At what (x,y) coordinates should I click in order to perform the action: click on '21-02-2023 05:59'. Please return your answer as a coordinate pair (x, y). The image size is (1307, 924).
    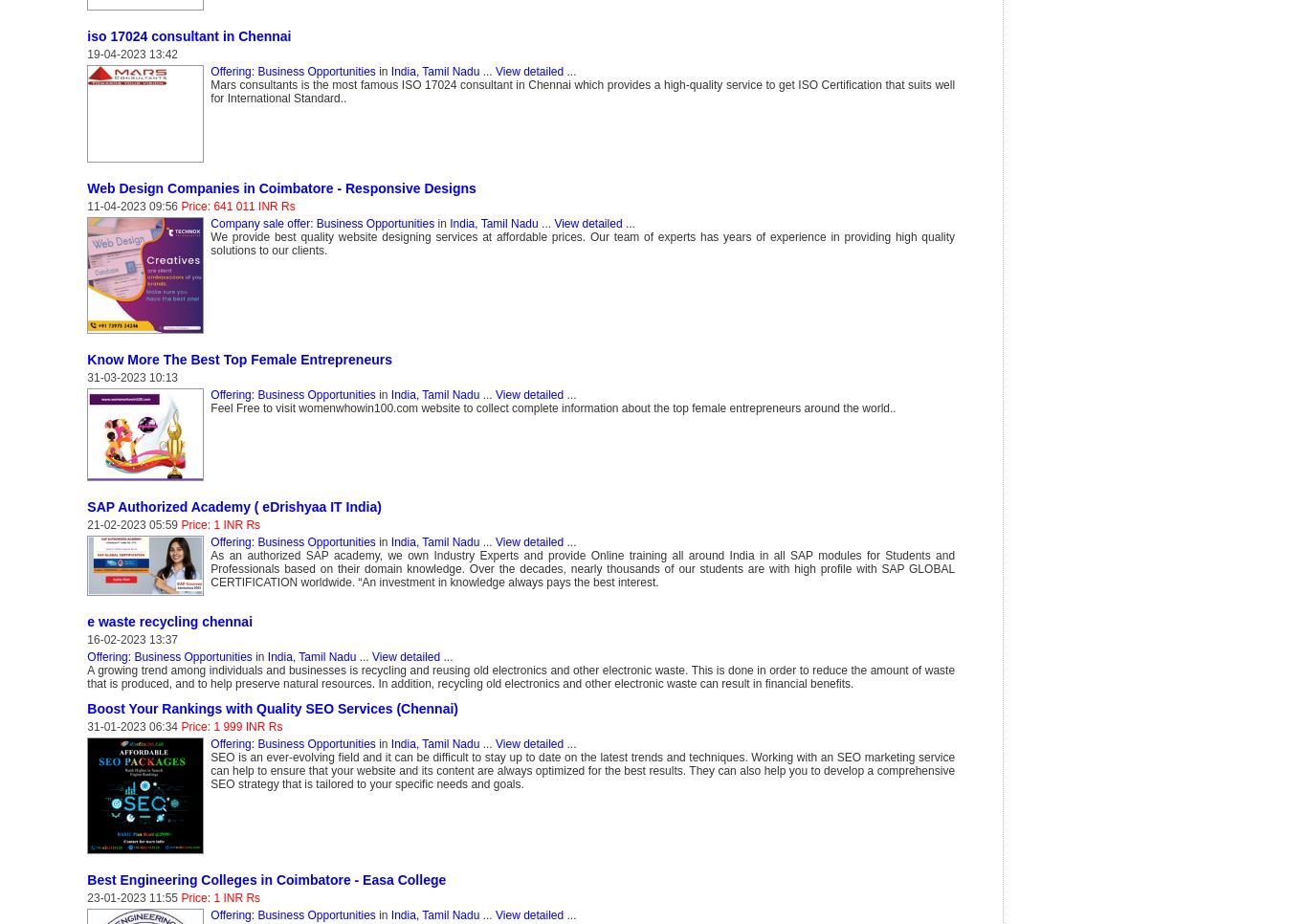
    Looking at the image, I should click on (133, 524).